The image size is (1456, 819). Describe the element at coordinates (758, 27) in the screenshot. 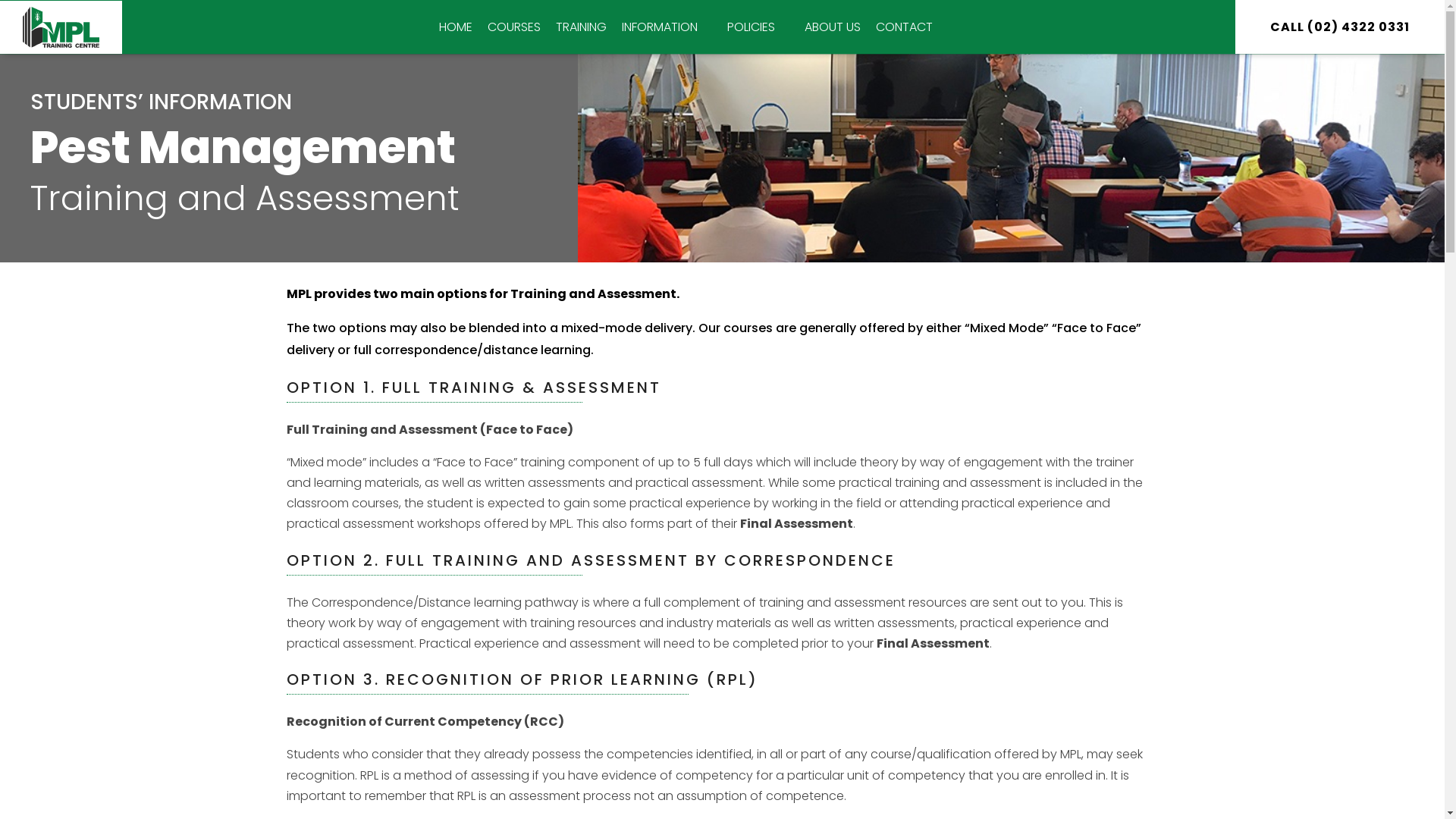

I see `'POLICIES'` at that location.